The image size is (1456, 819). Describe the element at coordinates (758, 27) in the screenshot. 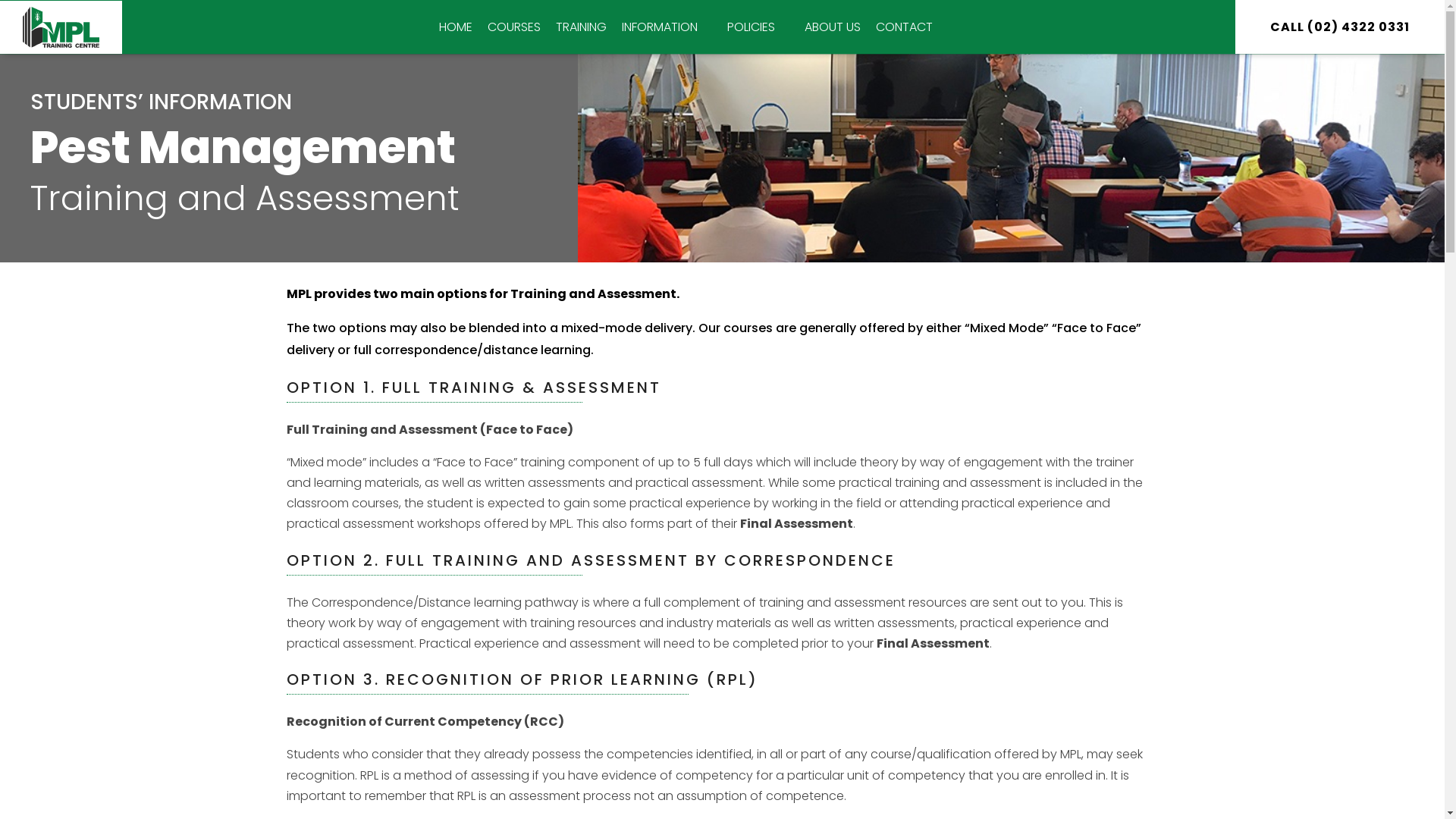

I see `'POLICIES'` at that location.